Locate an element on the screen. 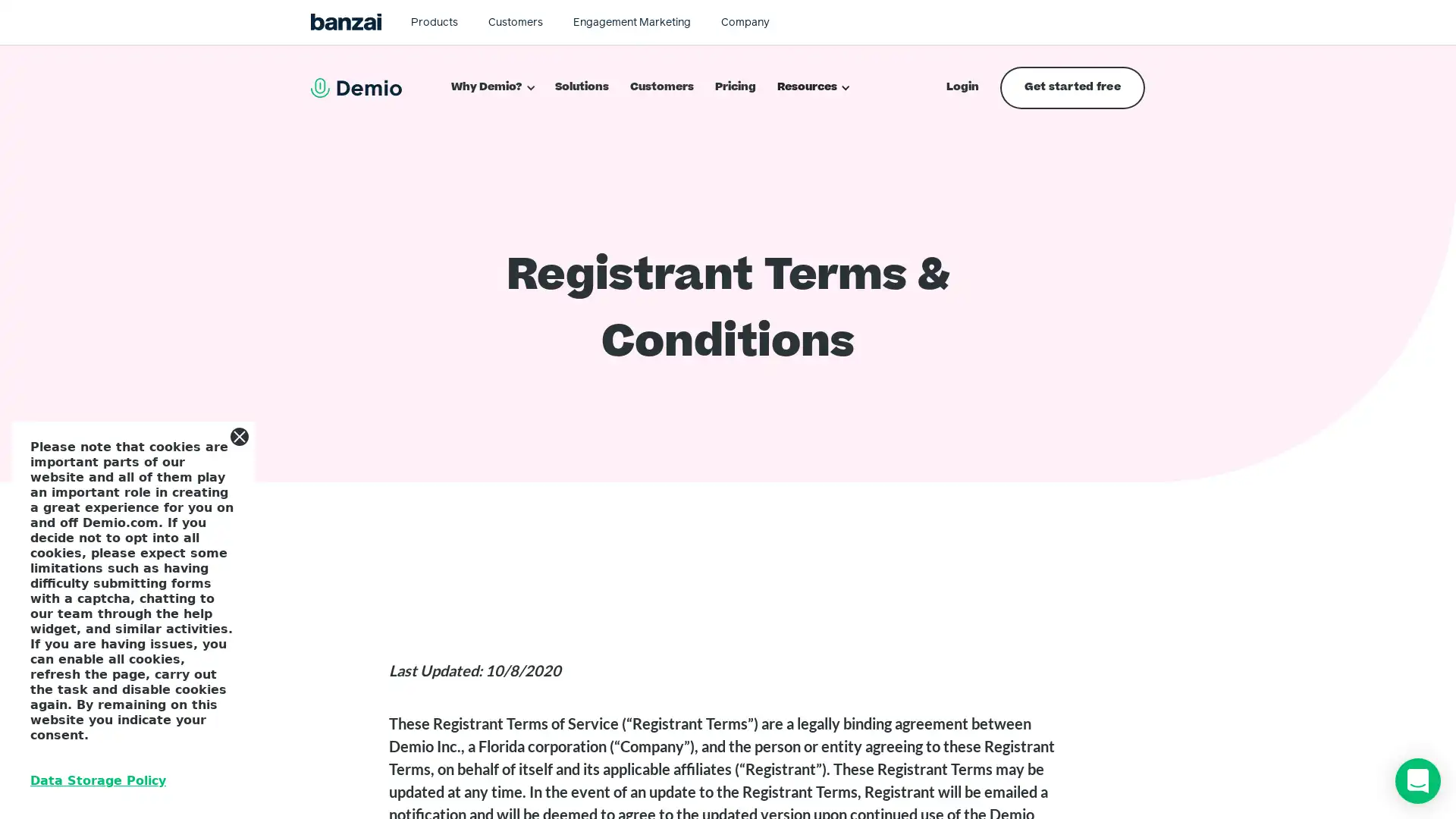  Close this dialog is located at coordinates (239, 436).